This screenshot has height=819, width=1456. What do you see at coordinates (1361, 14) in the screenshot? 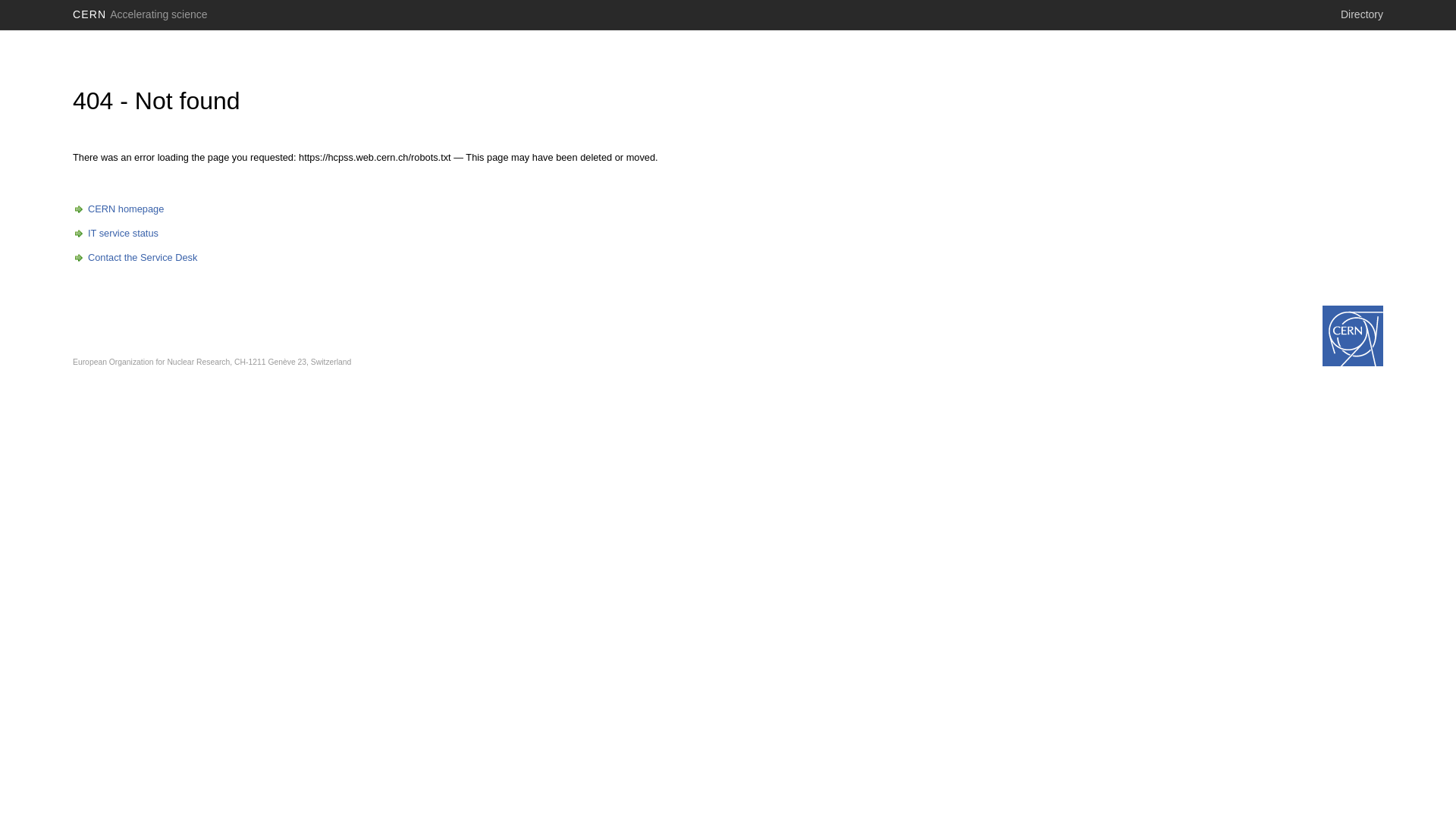
I see `'Directory'` at bounding box center [1361, 14].